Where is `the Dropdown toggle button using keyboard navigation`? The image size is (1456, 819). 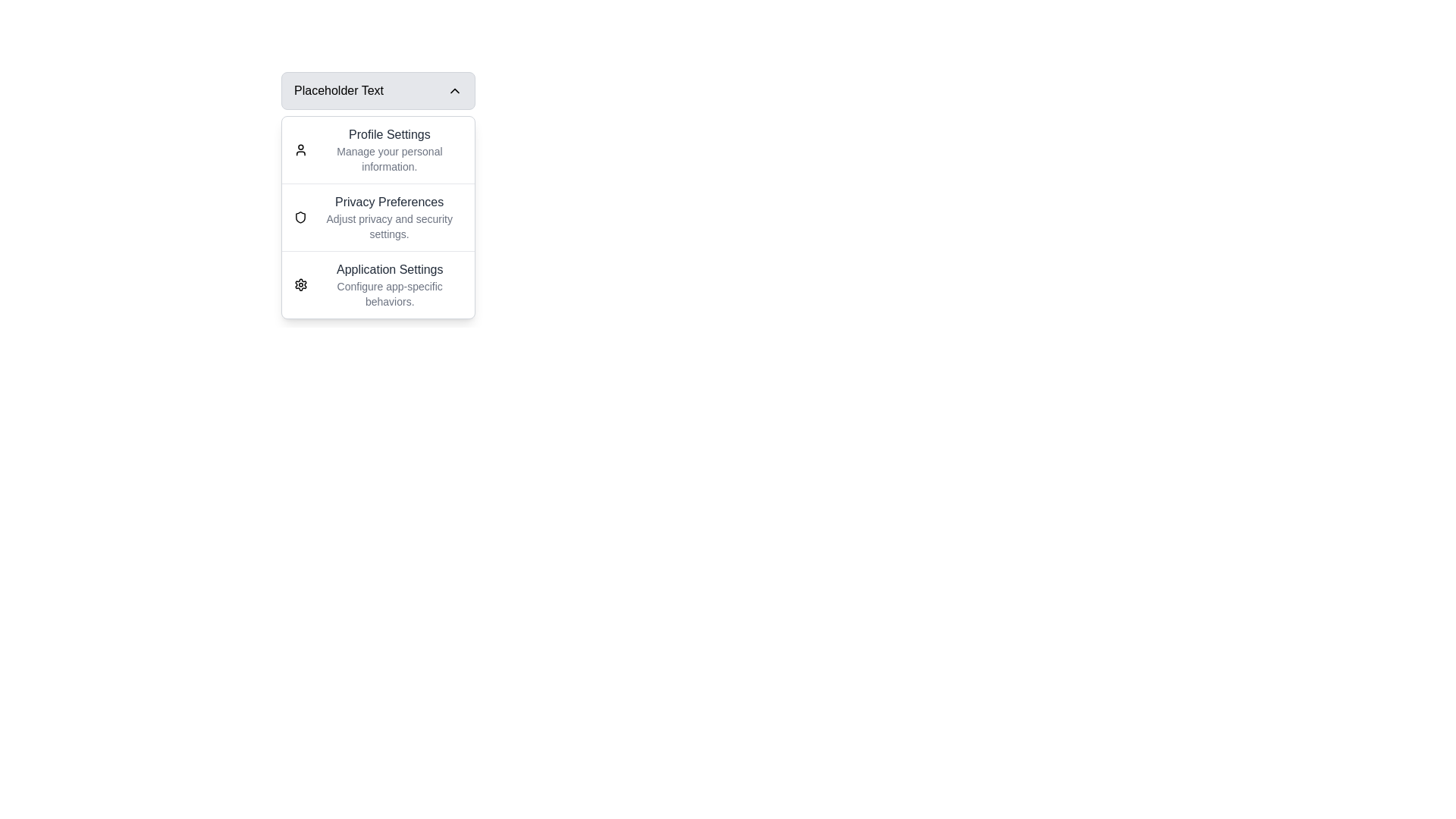
the Dropdown toggle button using keyboard navigation is located at coordinates (378, 112).